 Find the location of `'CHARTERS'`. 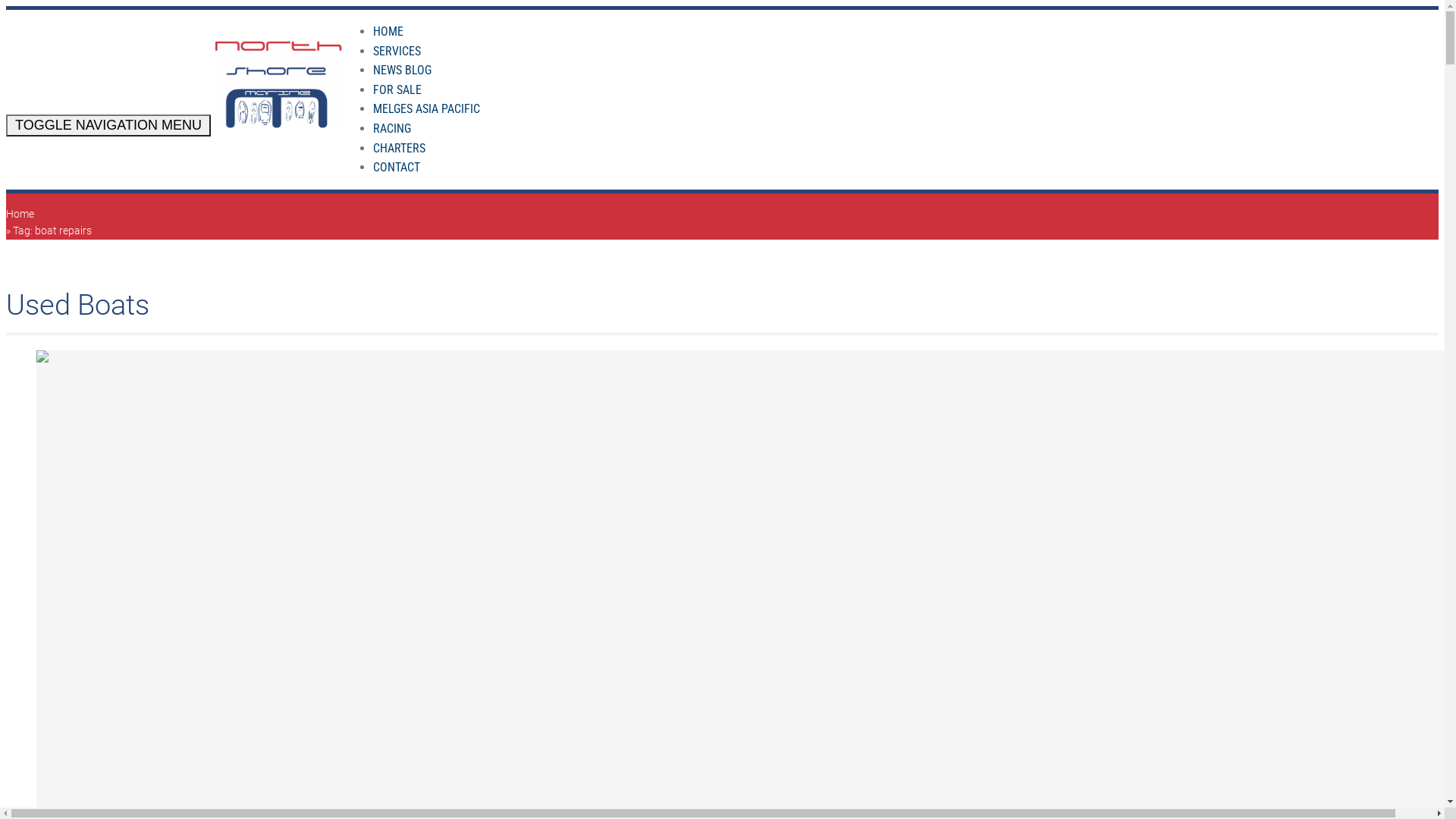

'CHARTERS' is located at coordinates (399, 148).